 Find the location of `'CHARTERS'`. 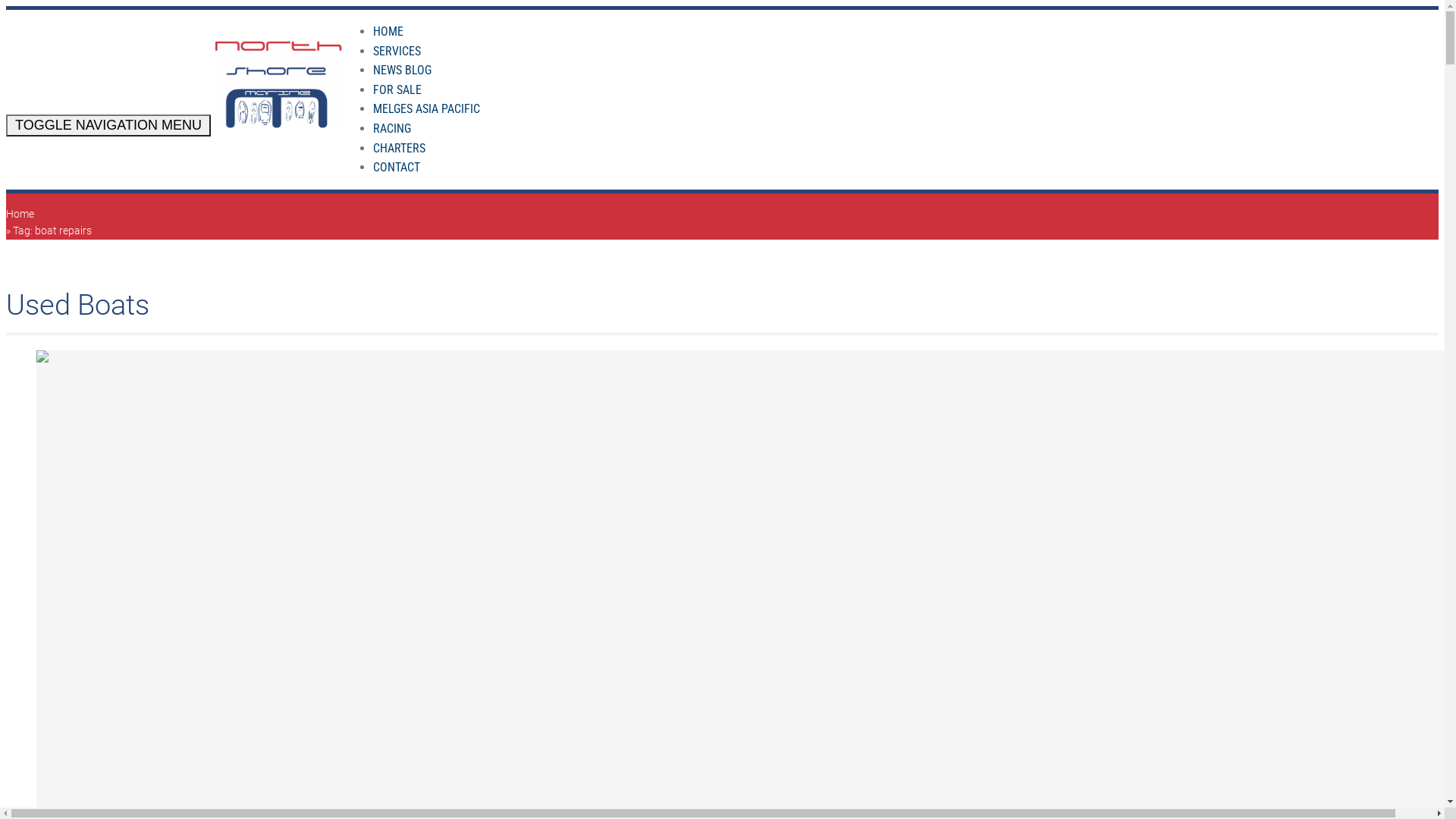

'CHARTERS' is located at coordinates (399, 148).